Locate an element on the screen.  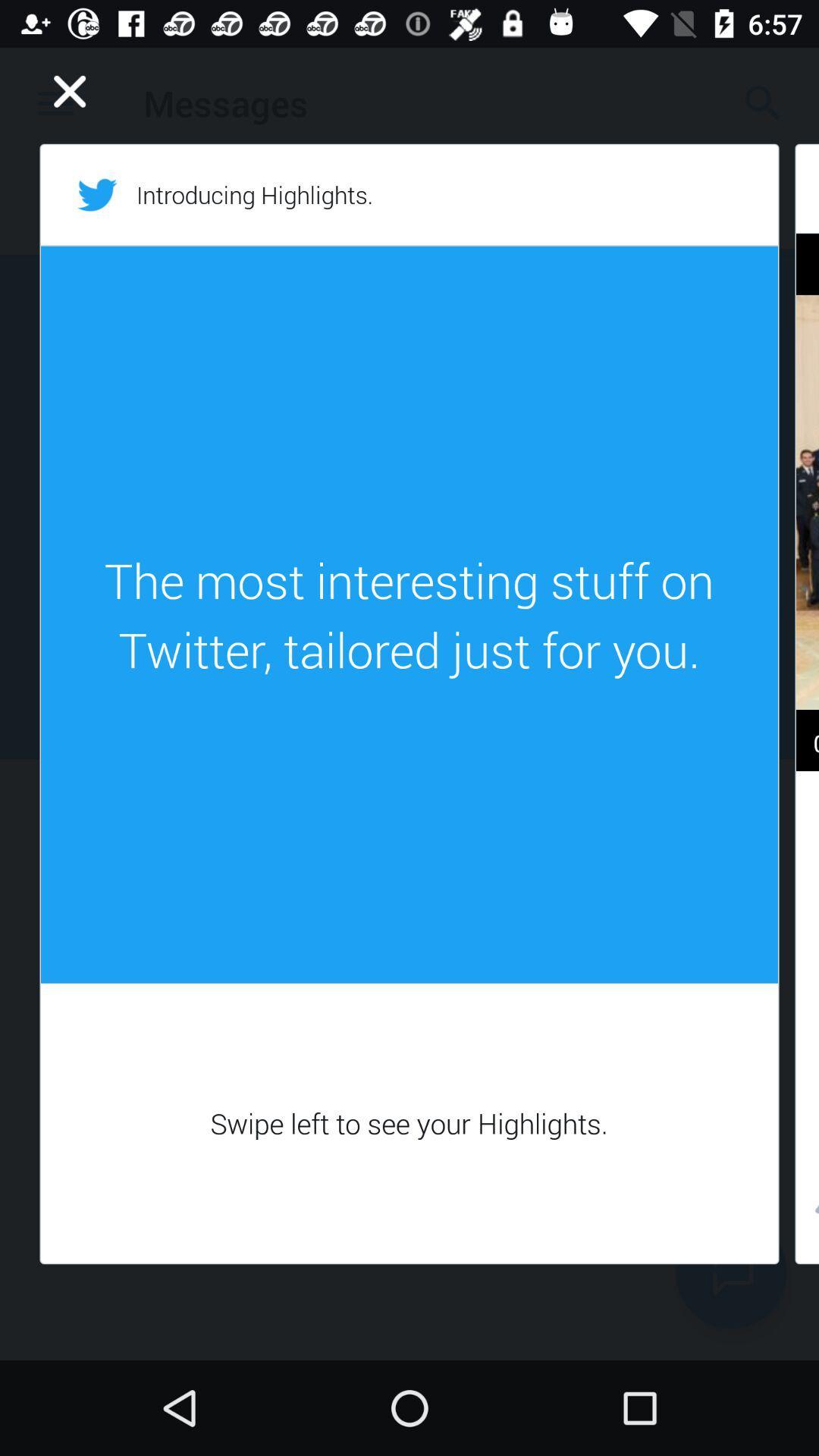
7,232 is located at coordinates (806, 1213).